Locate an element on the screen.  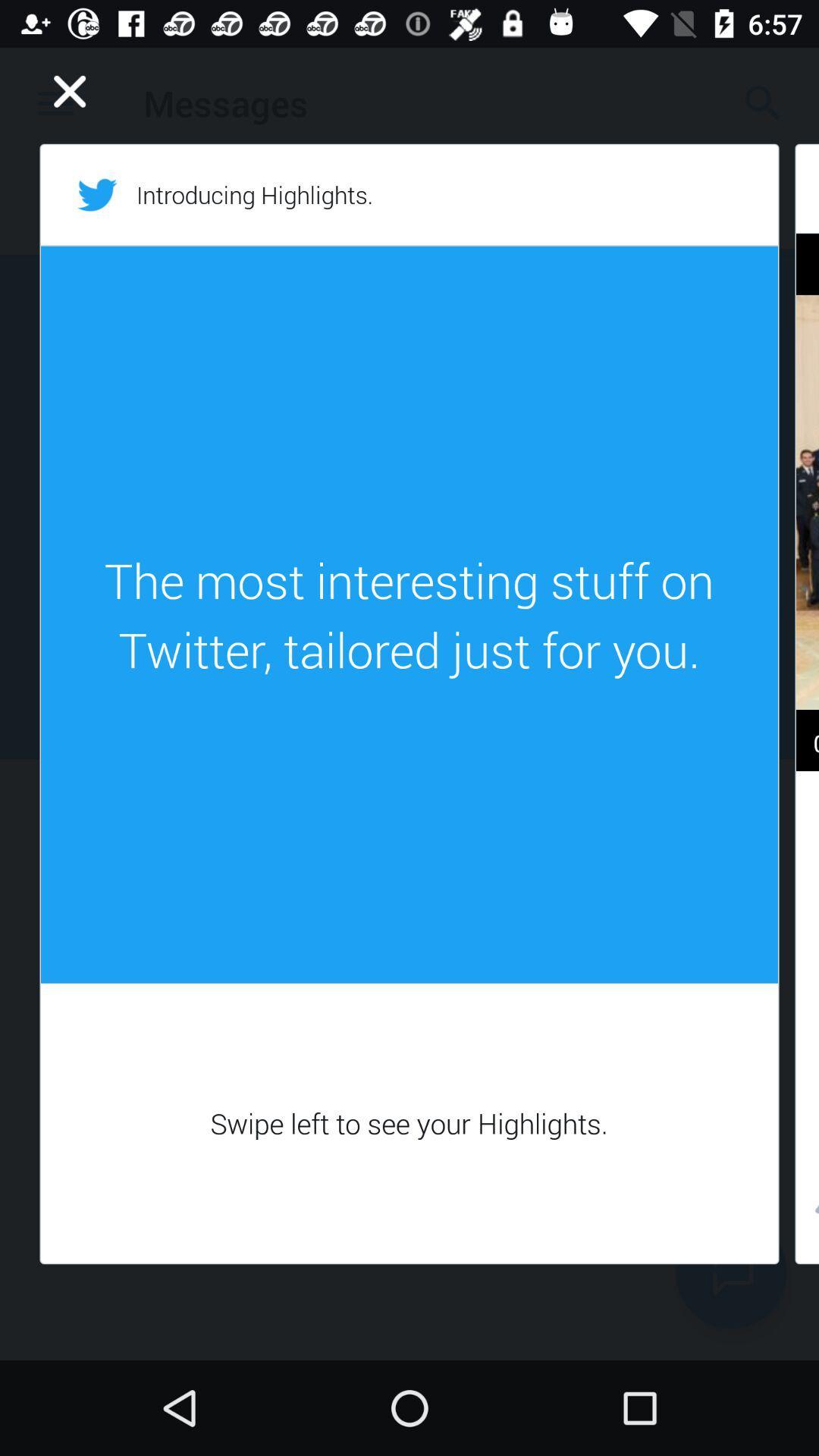
7,232 is located at coordinates (806, 1213).